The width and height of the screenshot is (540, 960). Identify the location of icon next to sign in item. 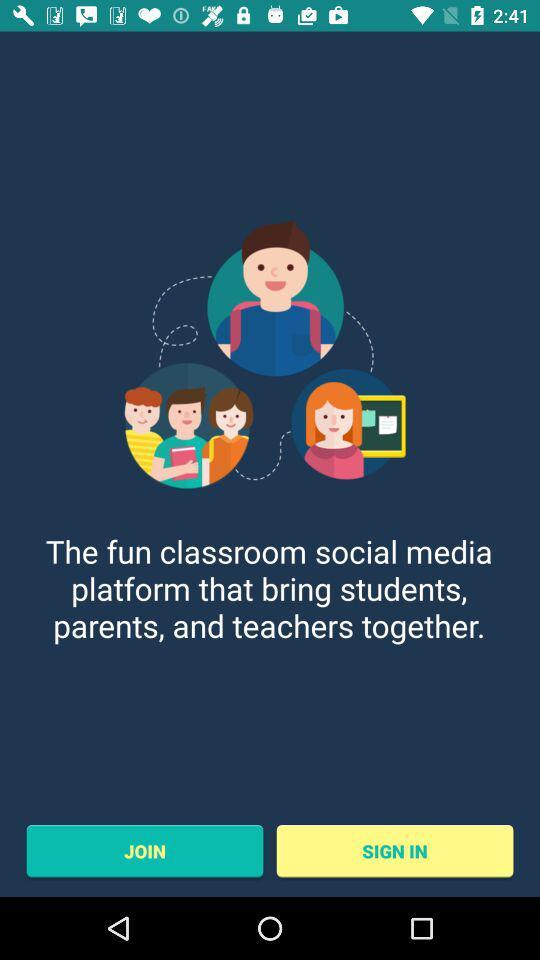
(143, 850).